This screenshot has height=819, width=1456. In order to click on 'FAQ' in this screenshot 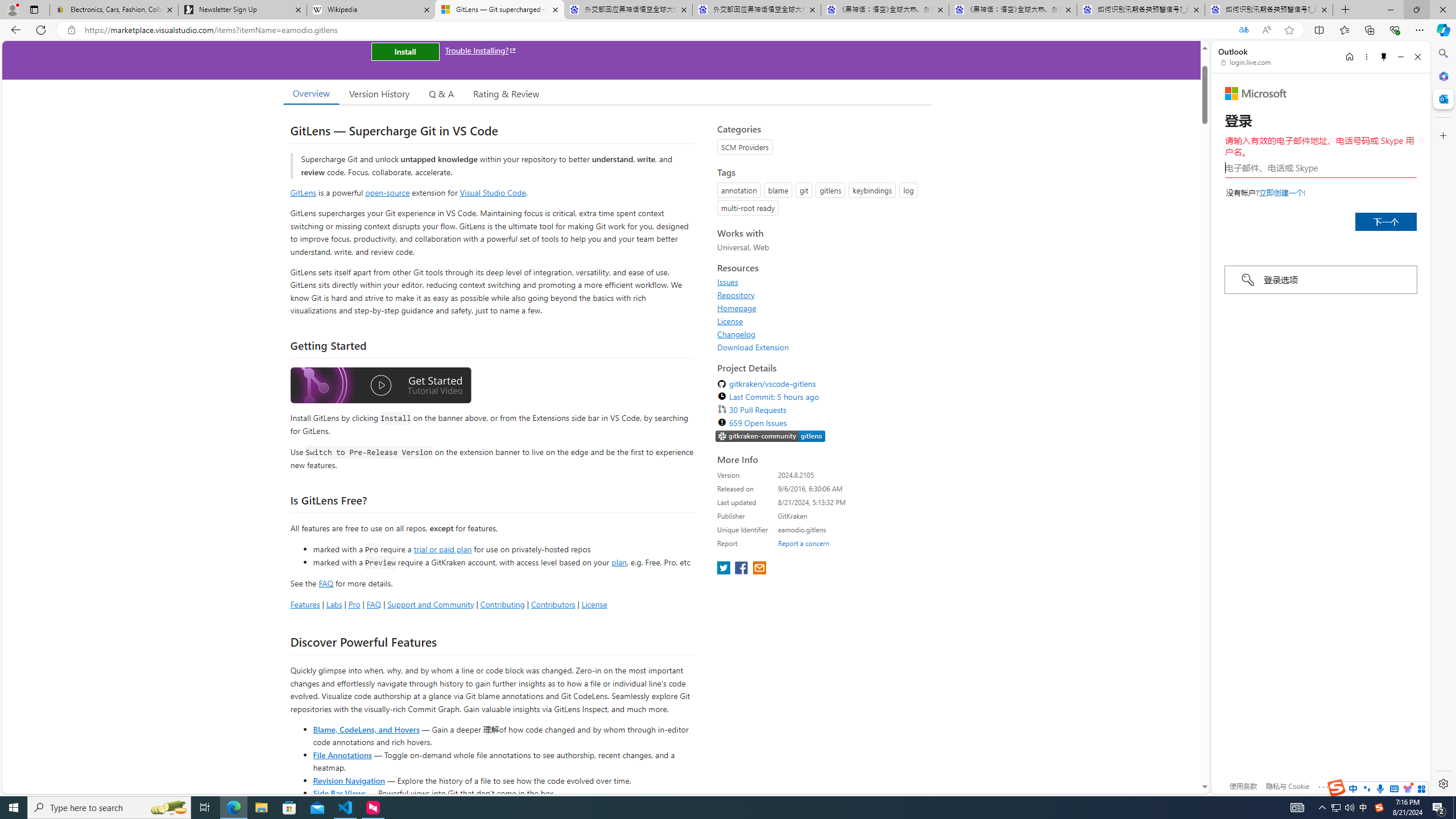, I will do `click(373, 603)`.